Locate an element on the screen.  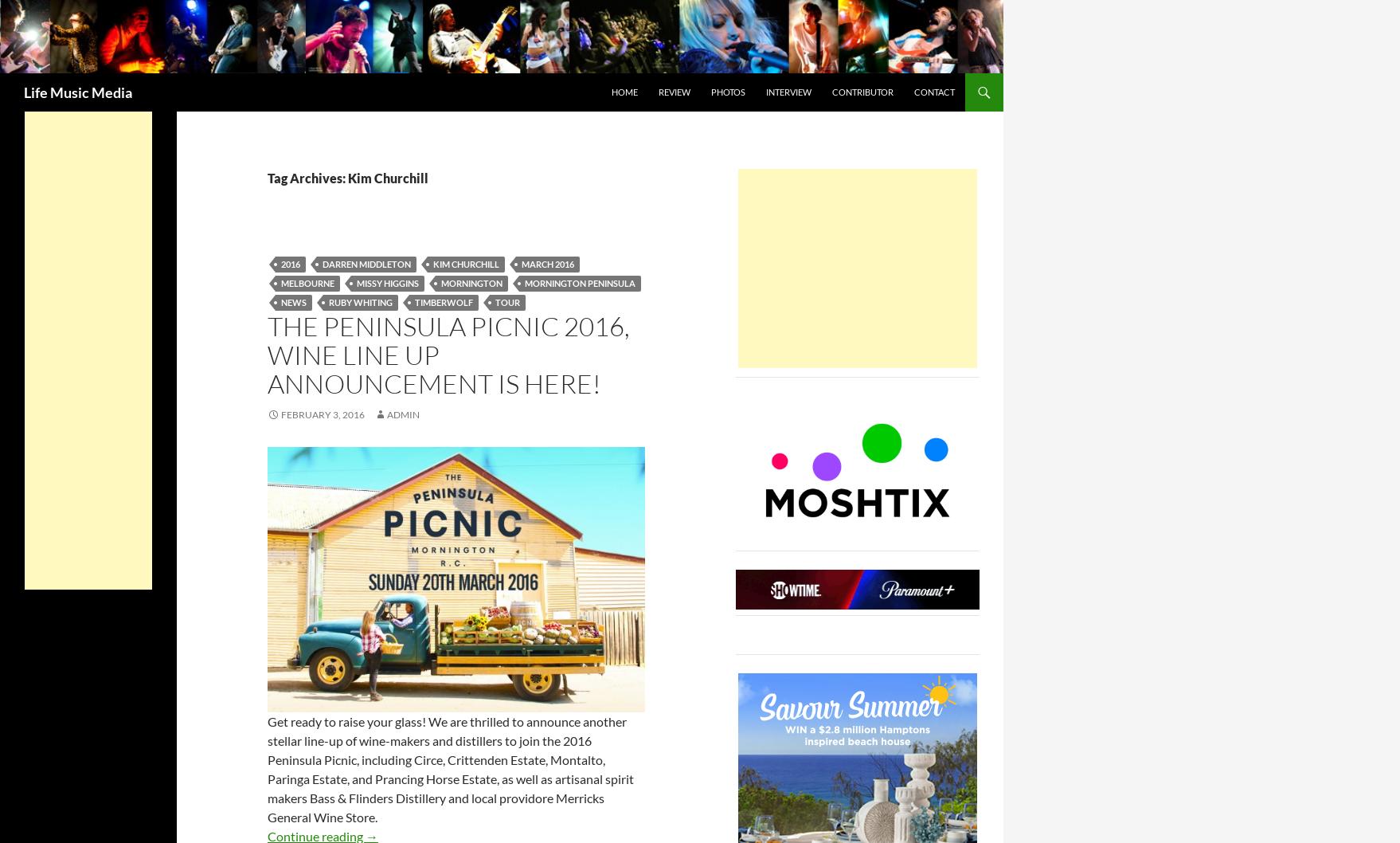
'Missy Higgins' is located at coordinates (386, 282).